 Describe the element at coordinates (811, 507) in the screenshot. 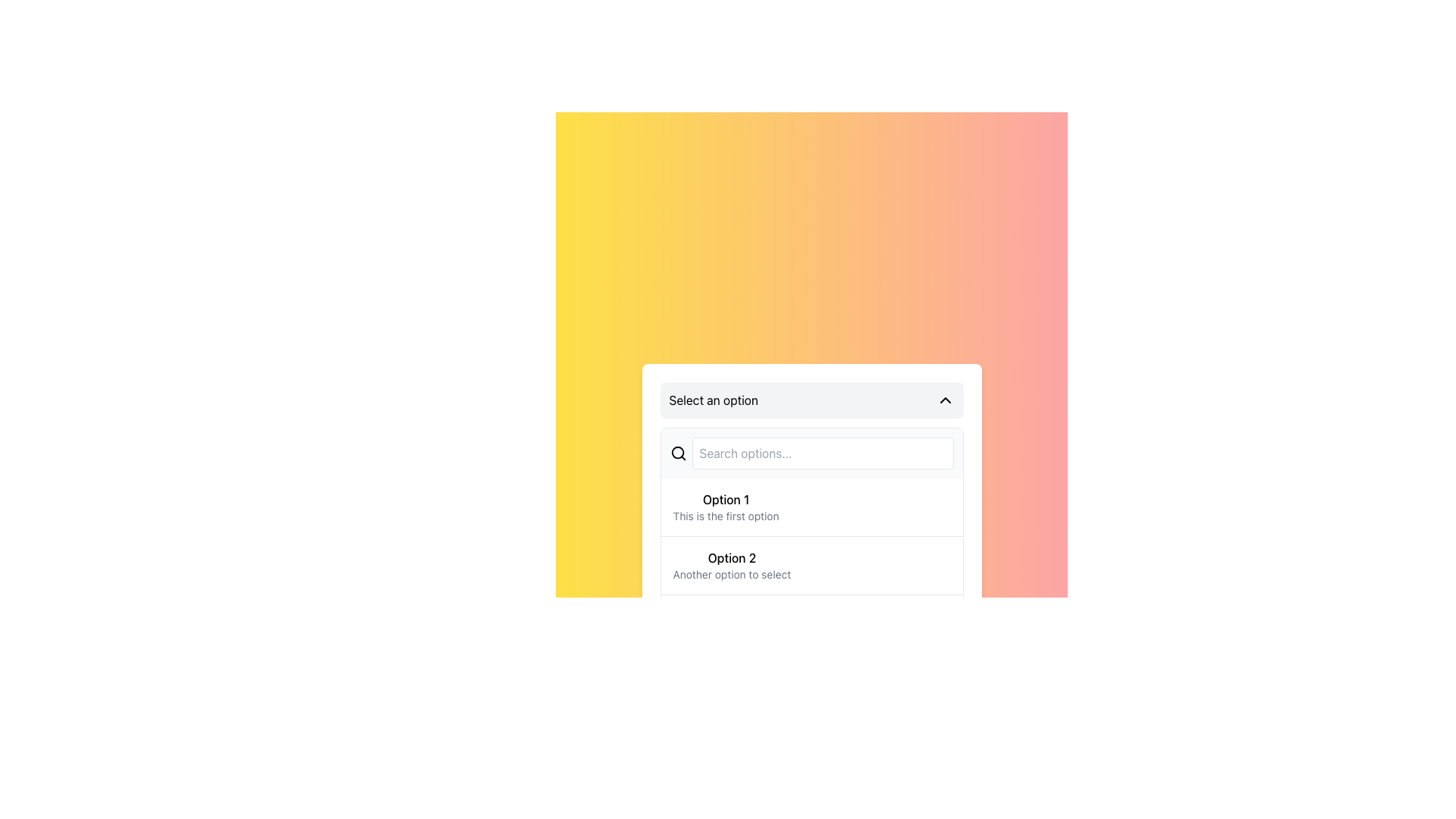

I see `the first item of the dropdown menu` at that location.